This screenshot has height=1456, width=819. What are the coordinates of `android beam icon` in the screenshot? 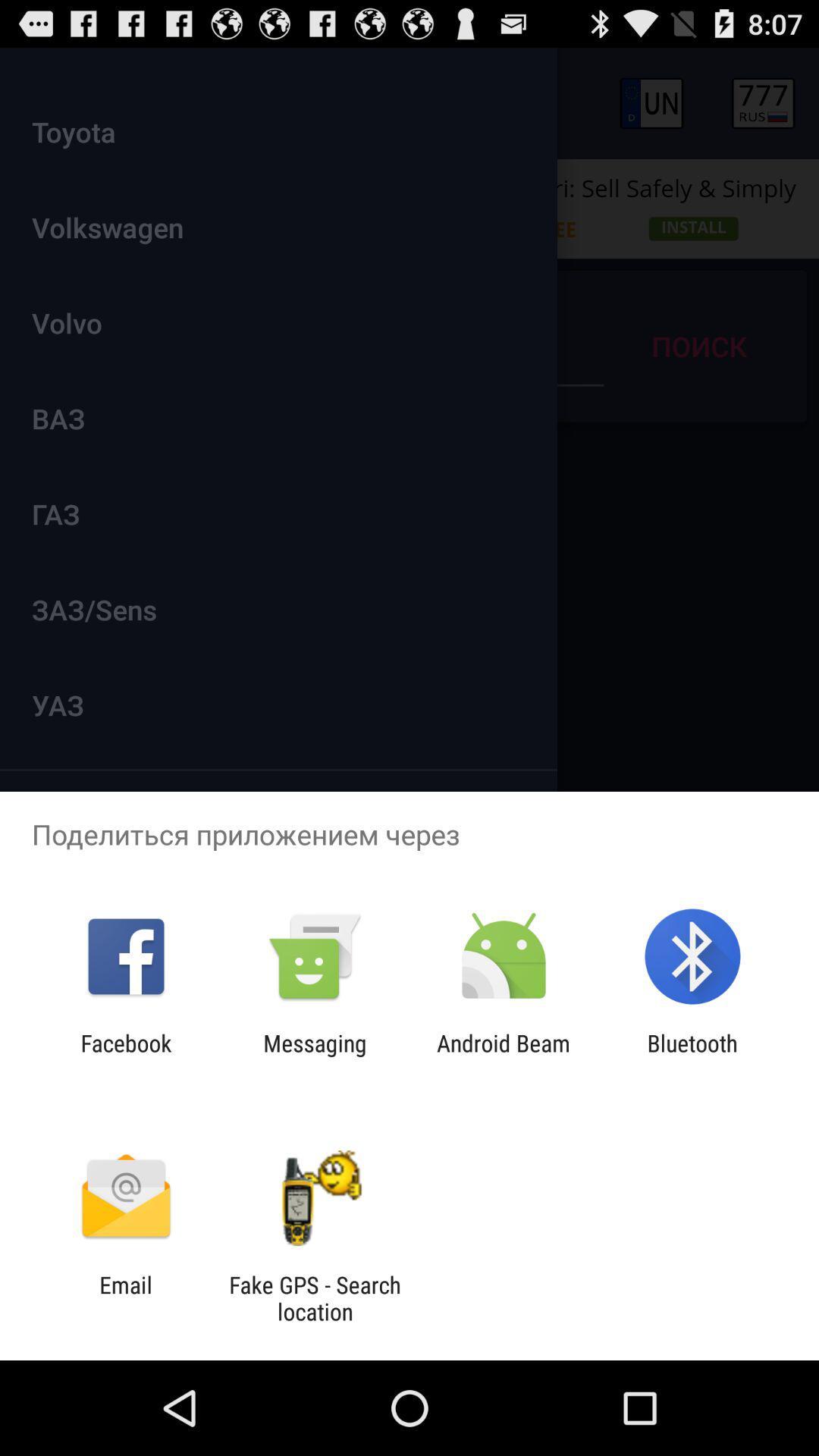 It's located at (504, 1056).